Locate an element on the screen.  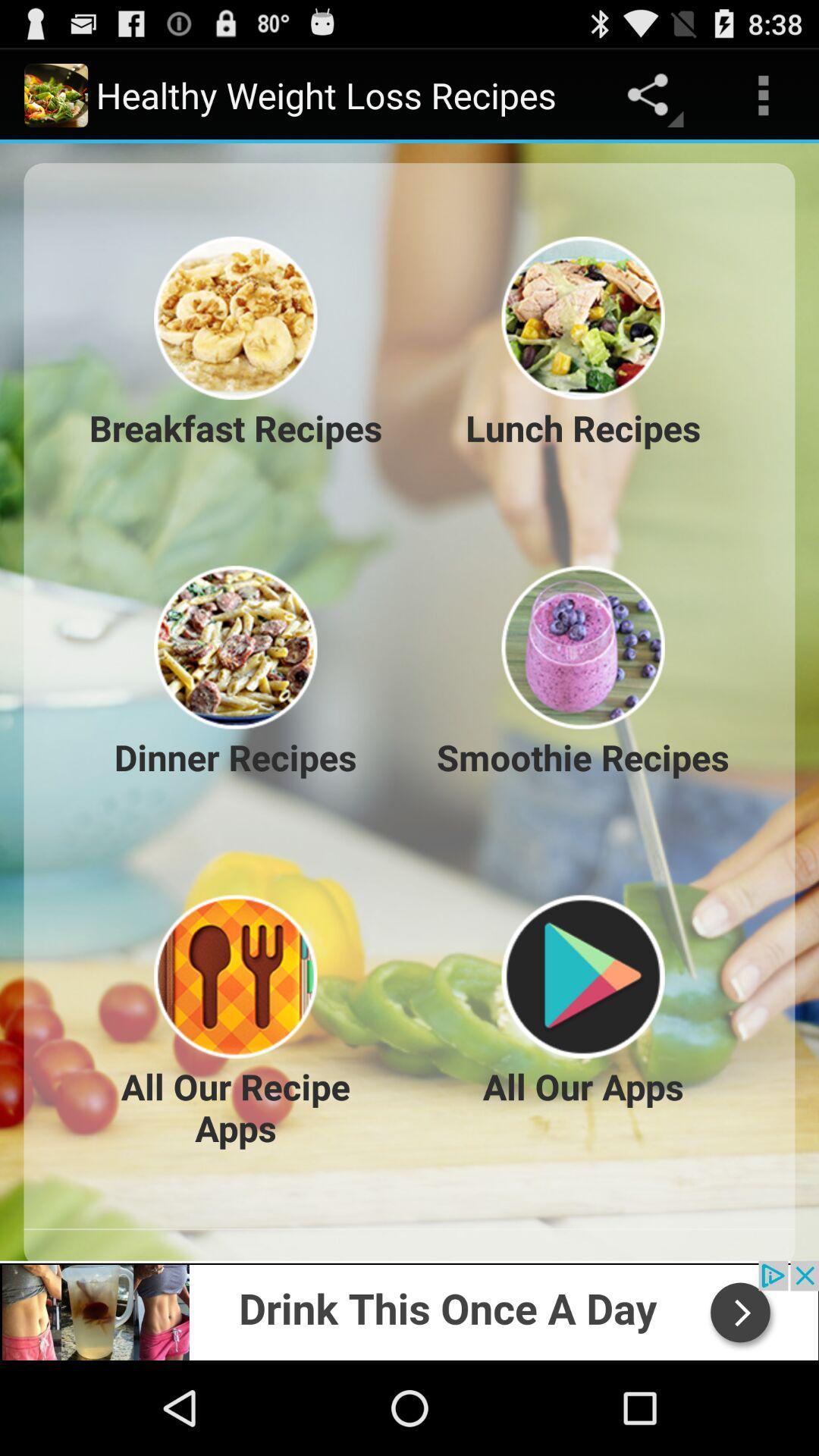
advertiser site is located at coordinates (409, 1310).